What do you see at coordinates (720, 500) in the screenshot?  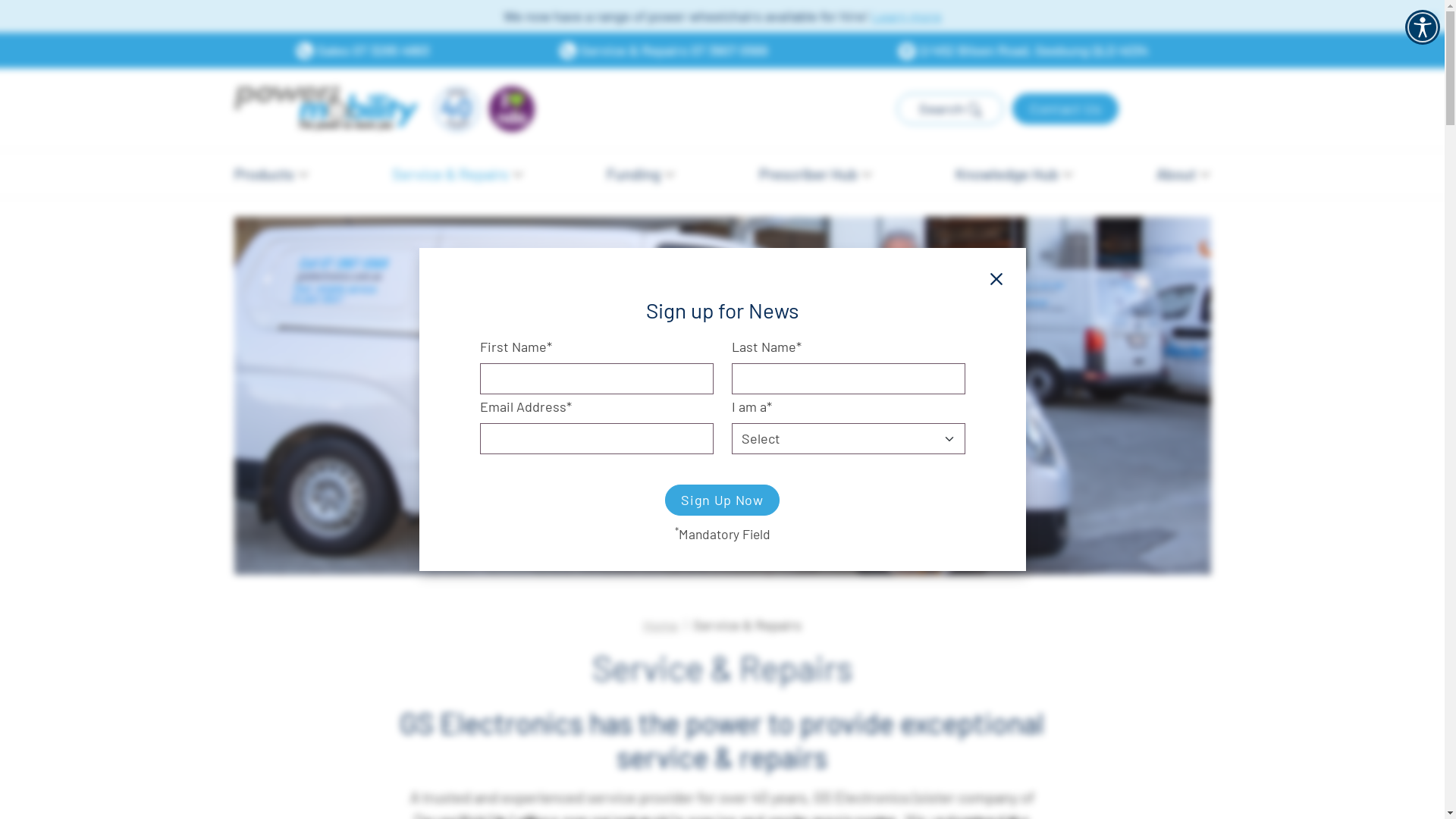 I see `'Sign Up Now'` at bounding box center [720, 500].